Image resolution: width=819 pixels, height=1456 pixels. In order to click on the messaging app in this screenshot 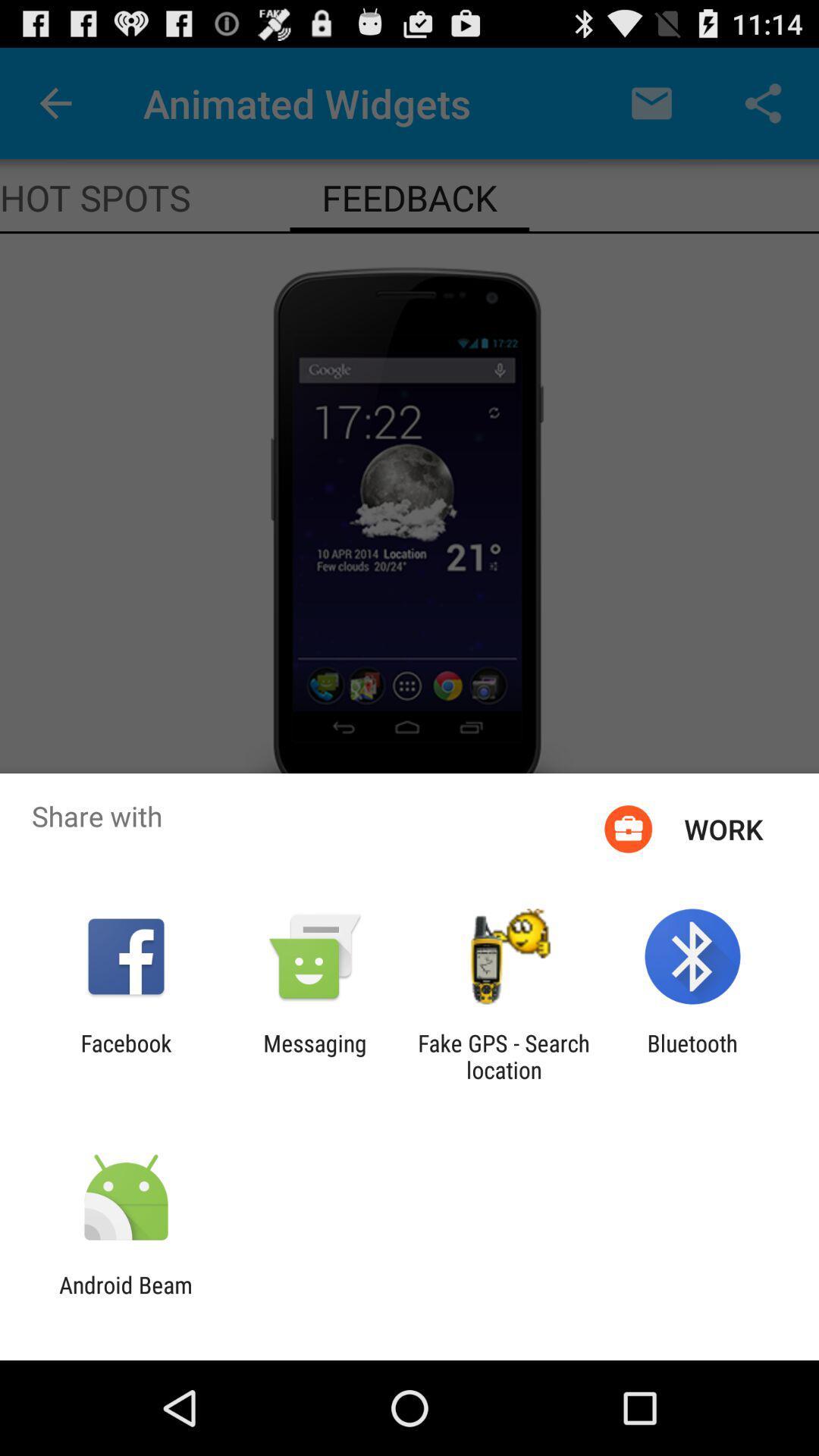, I will do `click(314, 1056)`.